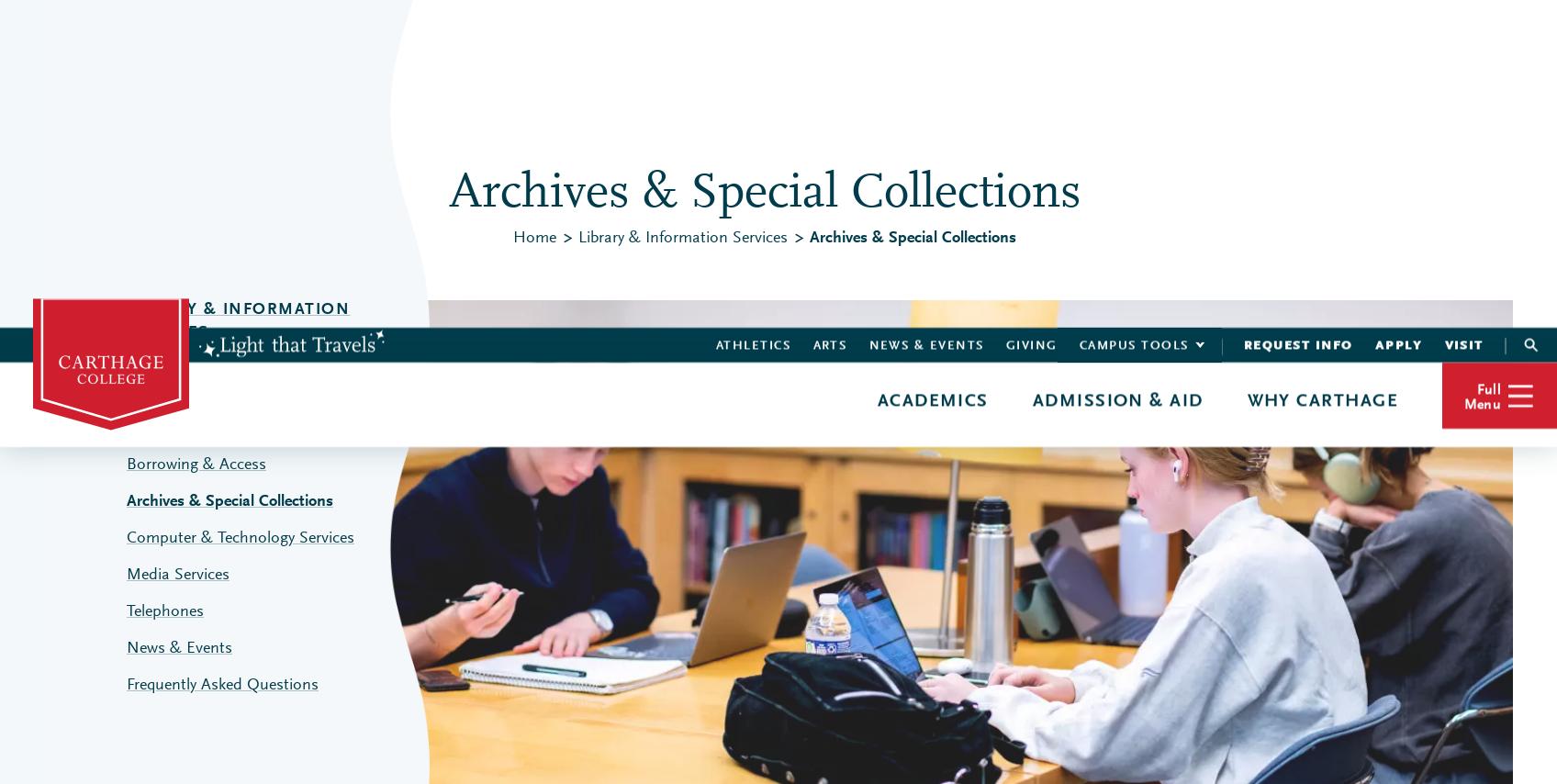 The width and height of the screenshot is (1557, 784). I want to click on 'Advising & Support', so click(151, 563).